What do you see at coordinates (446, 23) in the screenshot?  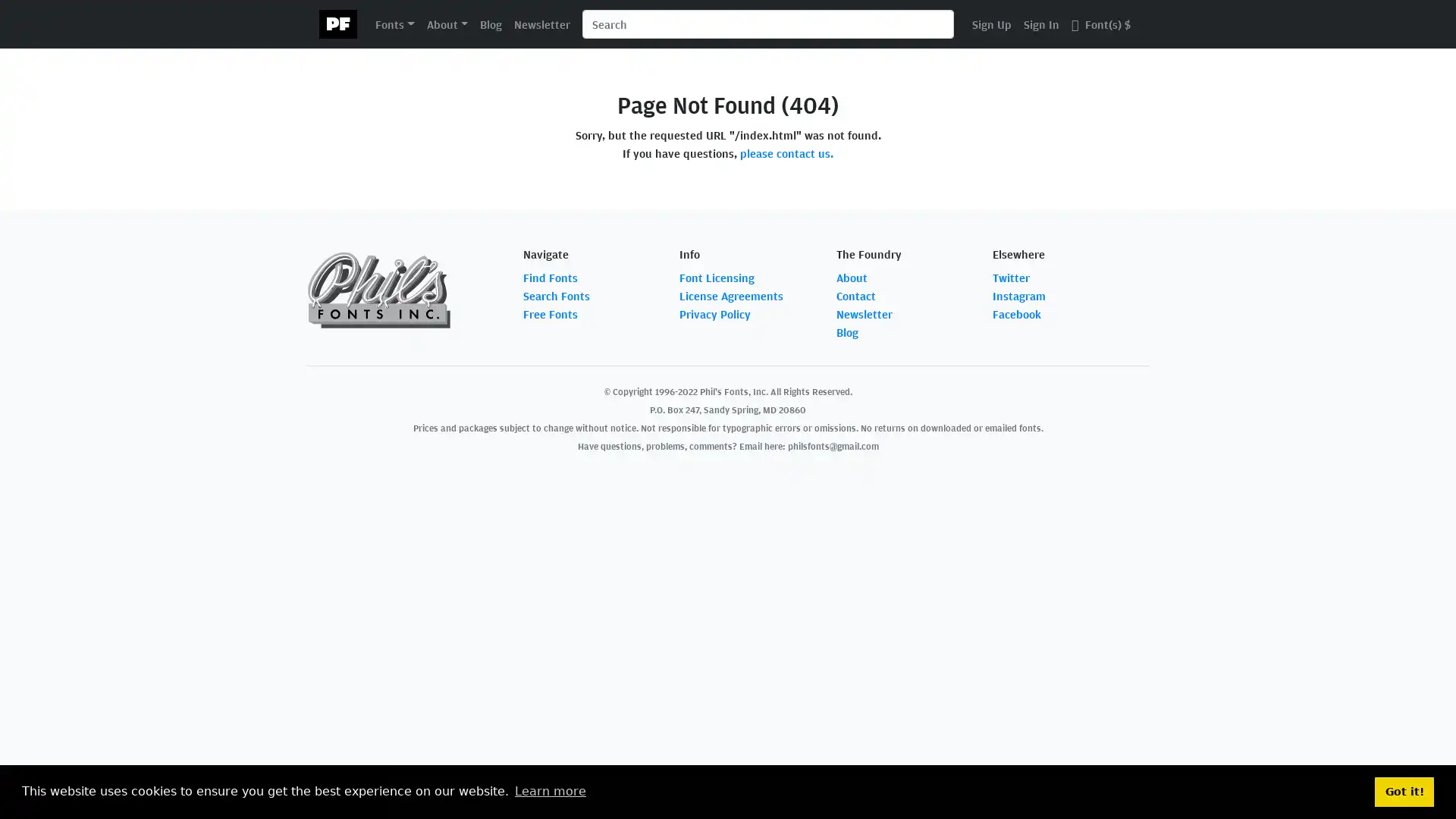 I see `About` at bounding box center [446, 23].